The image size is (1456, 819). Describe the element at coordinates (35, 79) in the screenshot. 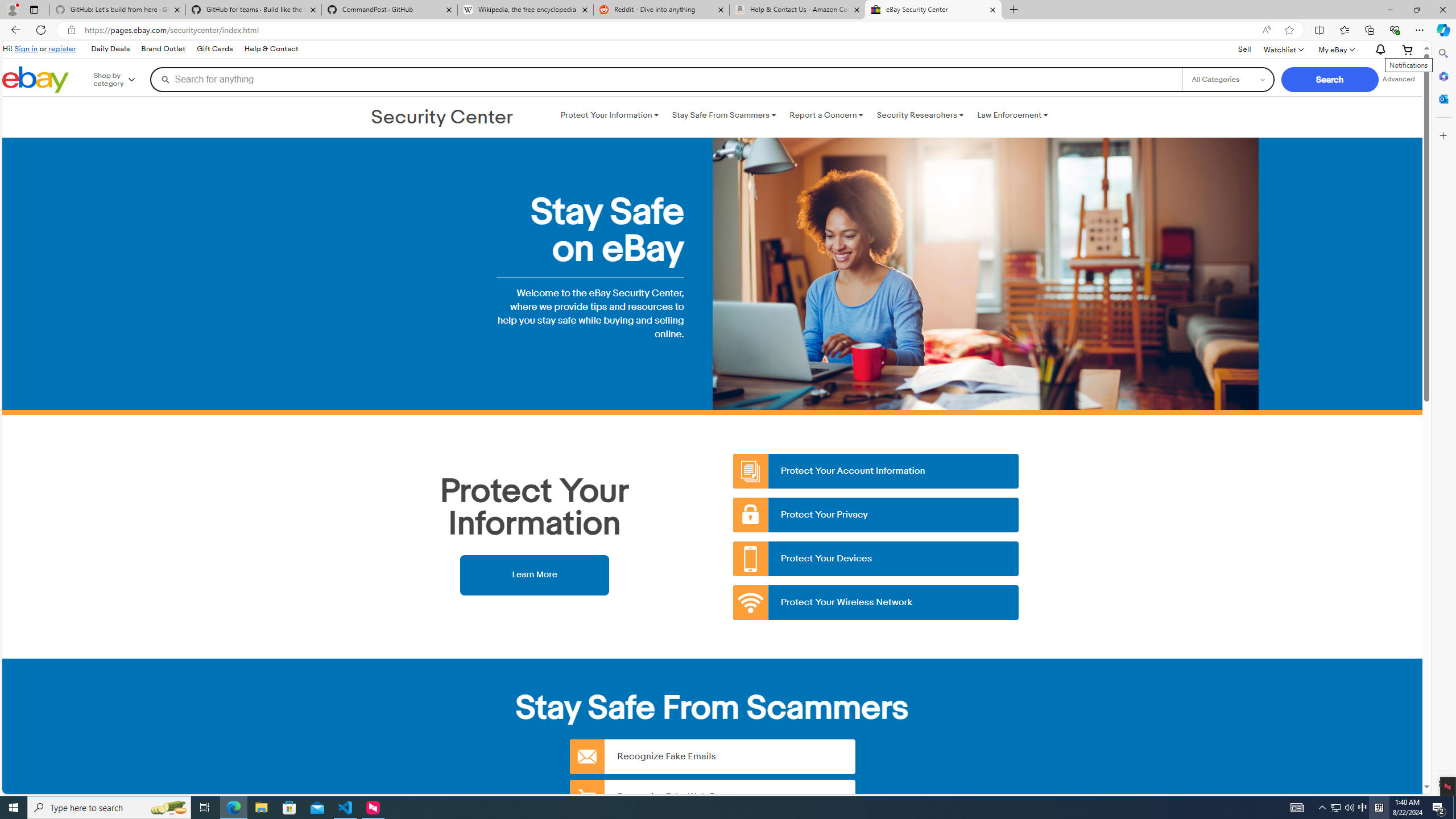

I see `'eBay Home'` at that location.